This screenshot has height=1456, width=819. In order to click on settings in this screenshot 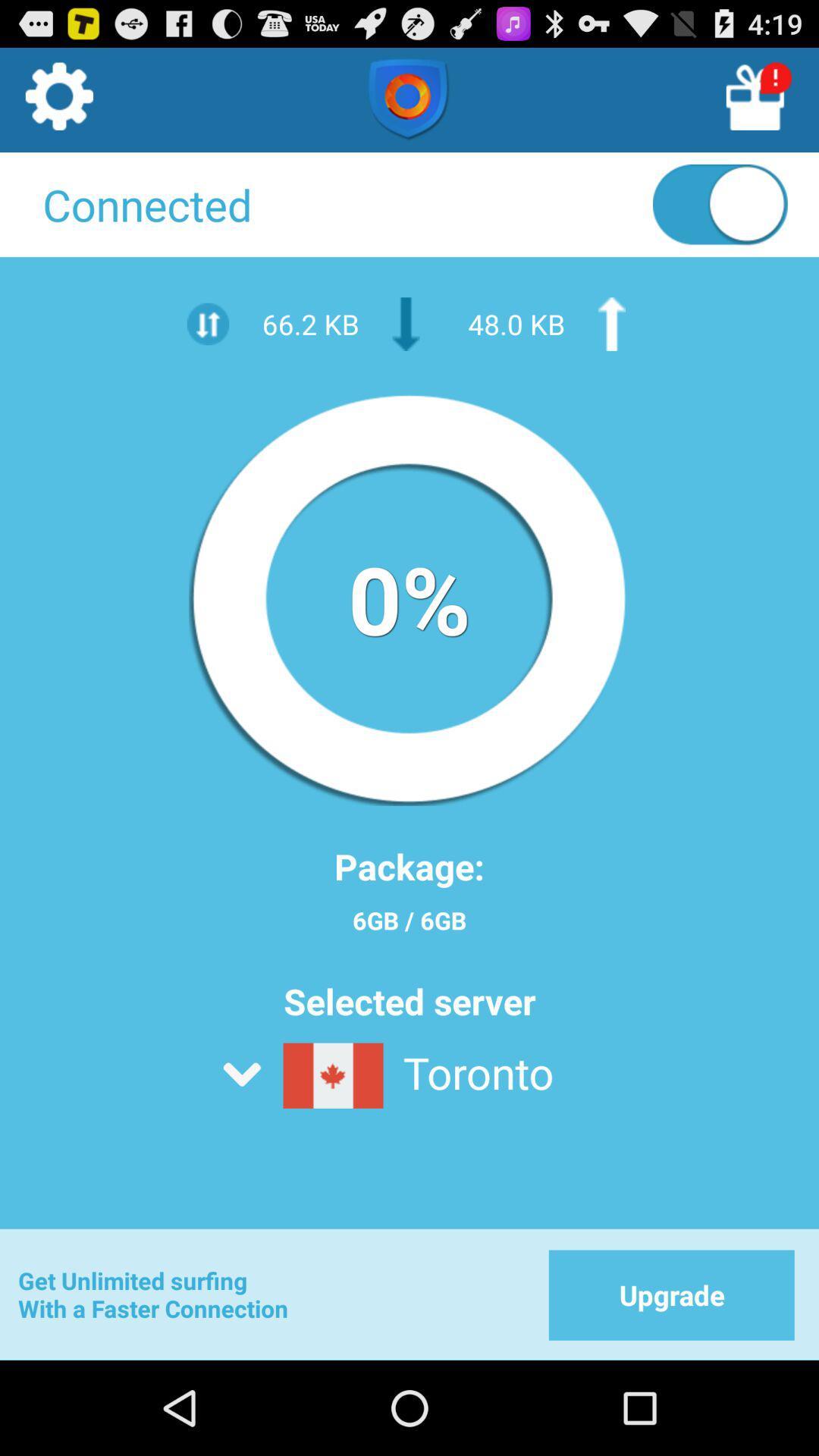, I will do `click(57, 100)`.